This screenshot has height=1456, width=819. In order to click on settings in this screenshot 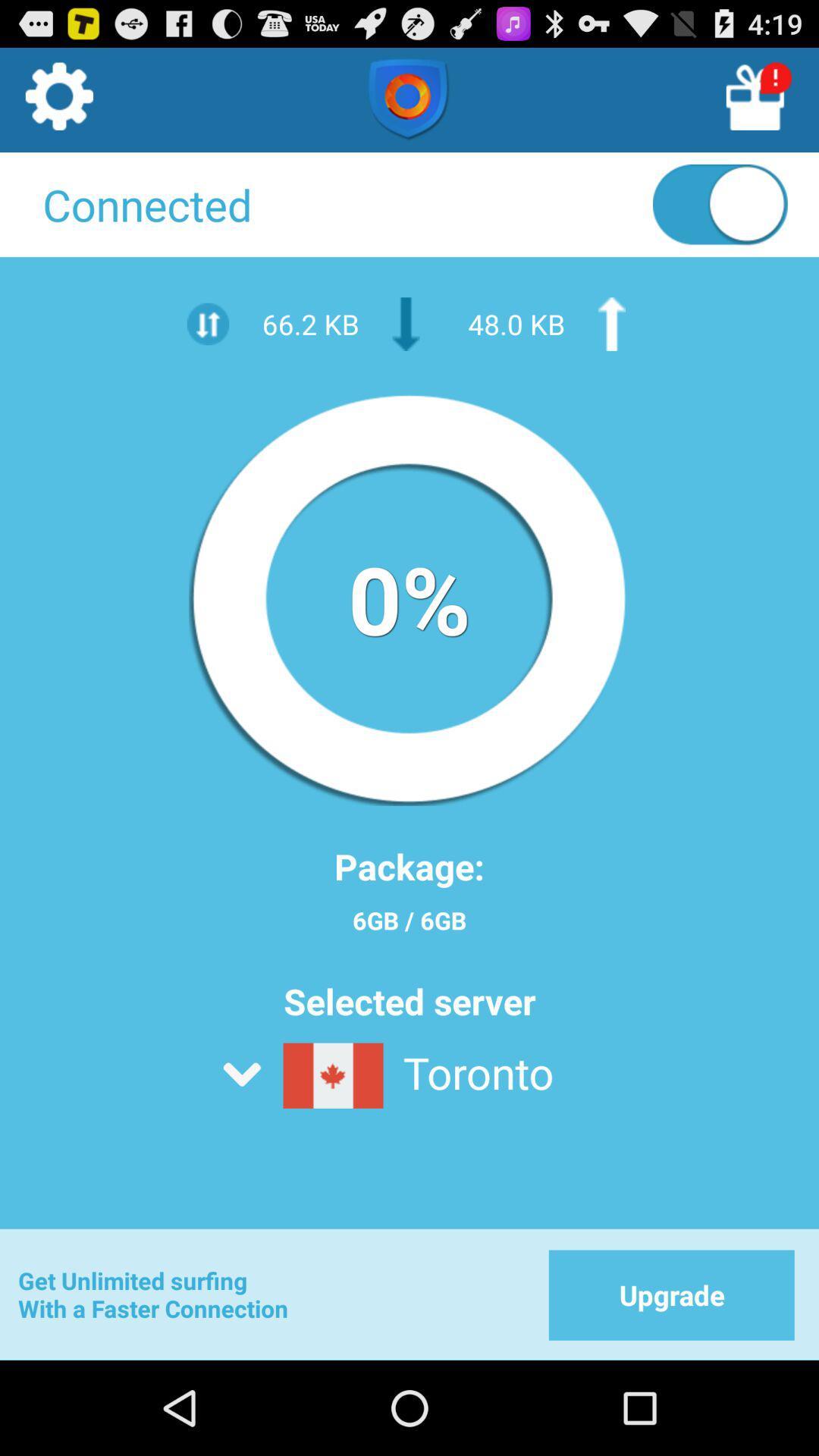, I will do `click(57, 100)`.